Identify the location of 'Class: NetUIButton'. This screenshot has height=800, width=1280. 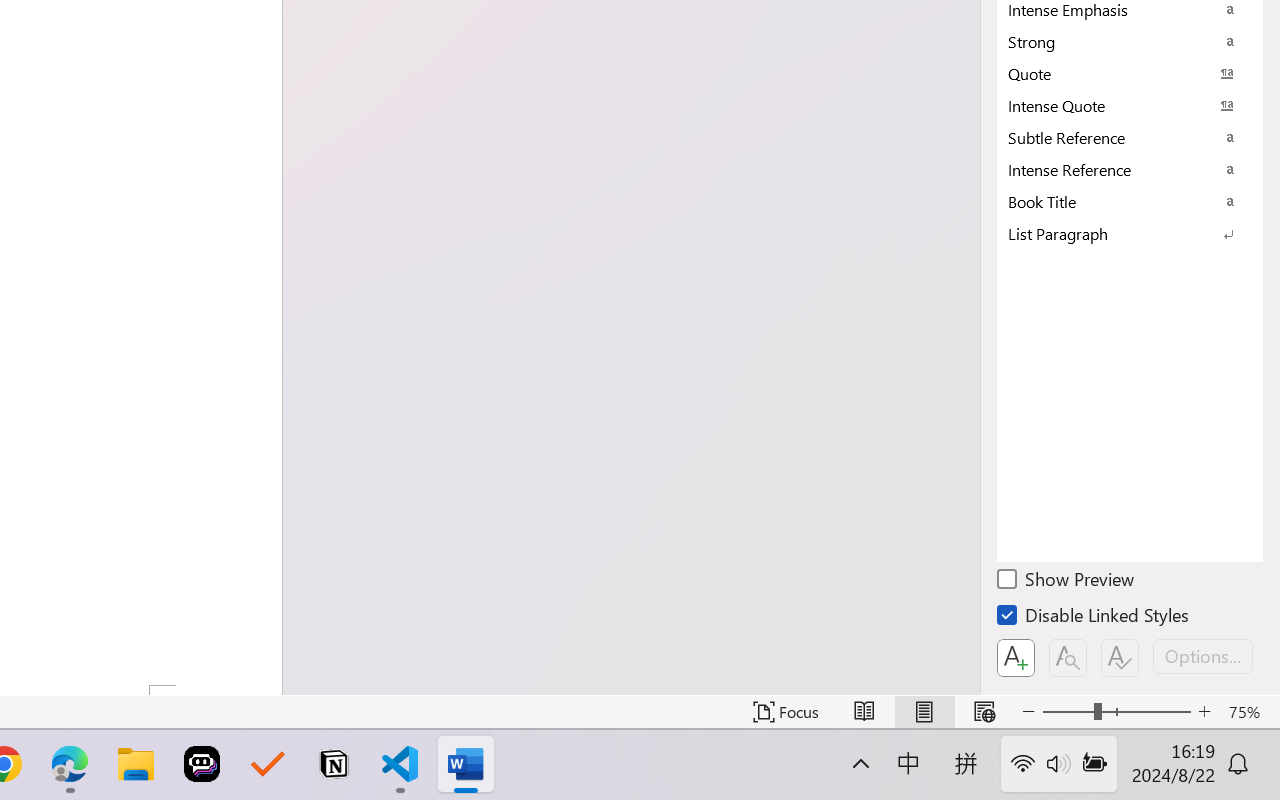
(1120, 657).